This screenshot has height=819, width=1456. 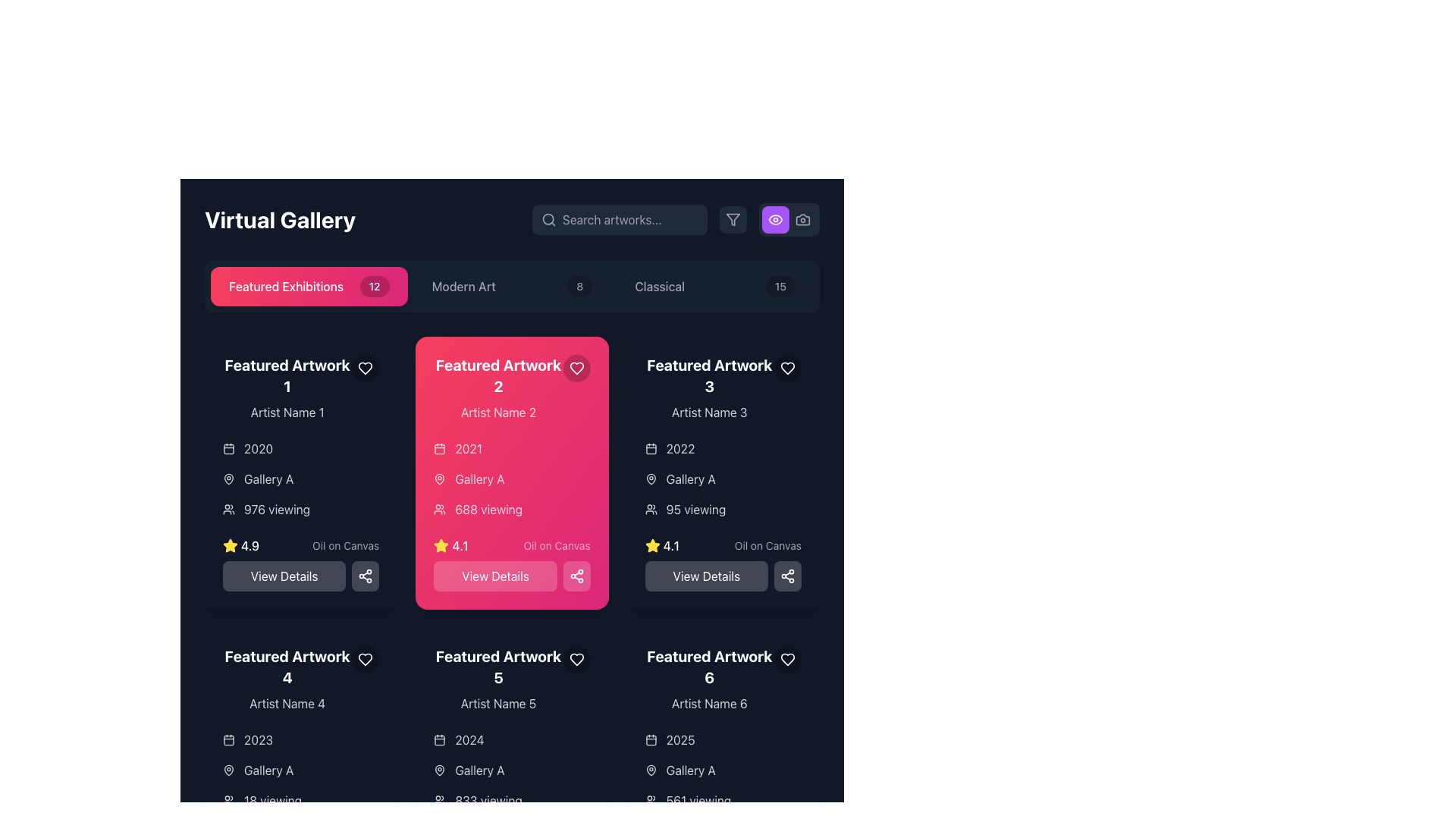 I want to click on the button with a pink background and white text reading 'View Details' located at the bottom of the card titled 'Featured Artwork 2', so click(x=512, y=576).